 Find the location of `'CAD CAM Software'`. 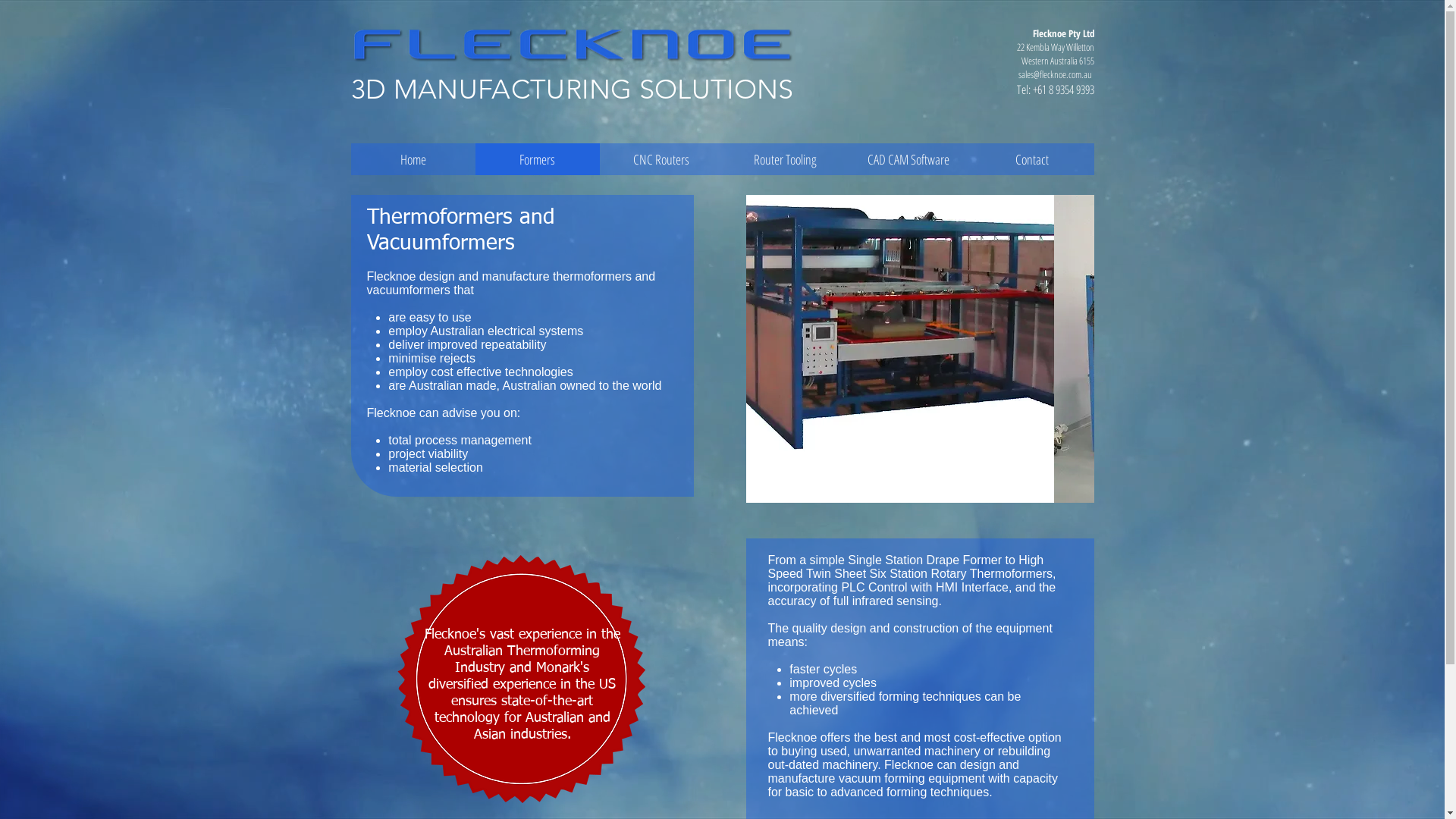

'CAD CAM Software' is located at coordinates (908, 158).